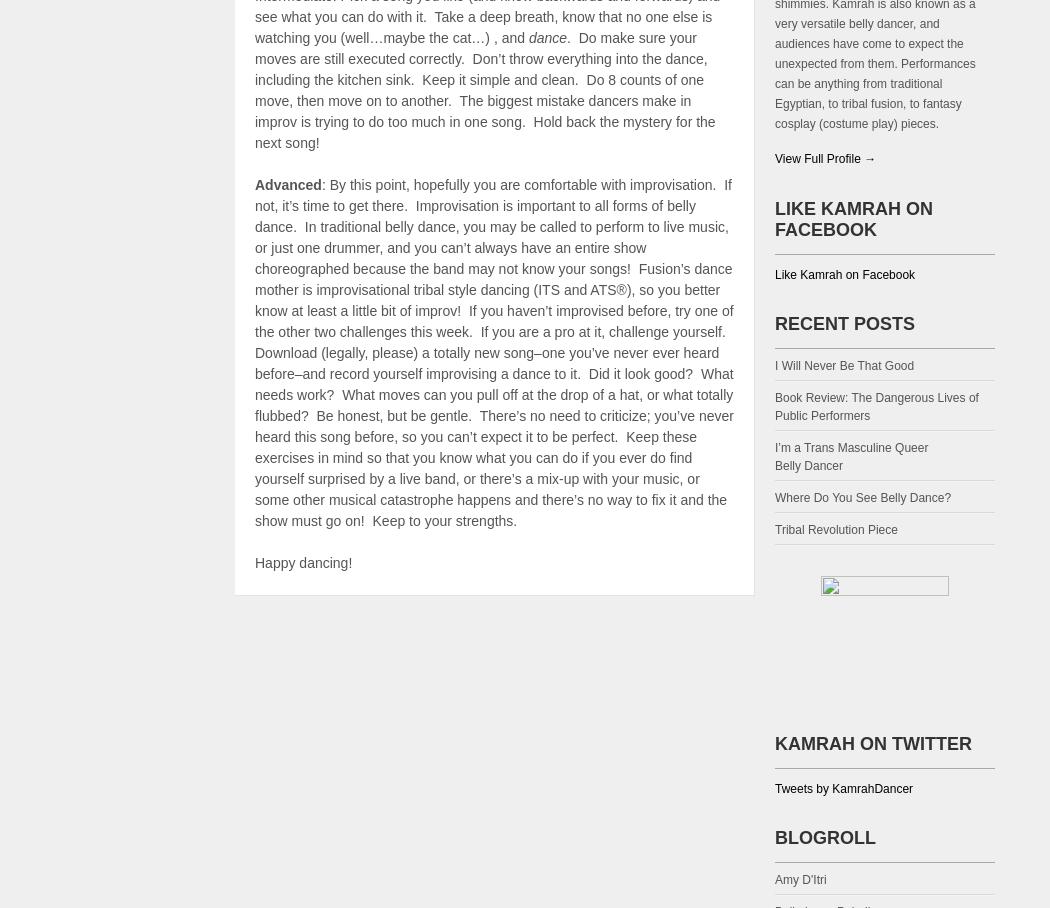 This screenshot has width=1050, height=908. What do you see at coordinates (825, 156) in the screenshot?
I see `'View Full Profile →'` at bounding box center [825, 156].